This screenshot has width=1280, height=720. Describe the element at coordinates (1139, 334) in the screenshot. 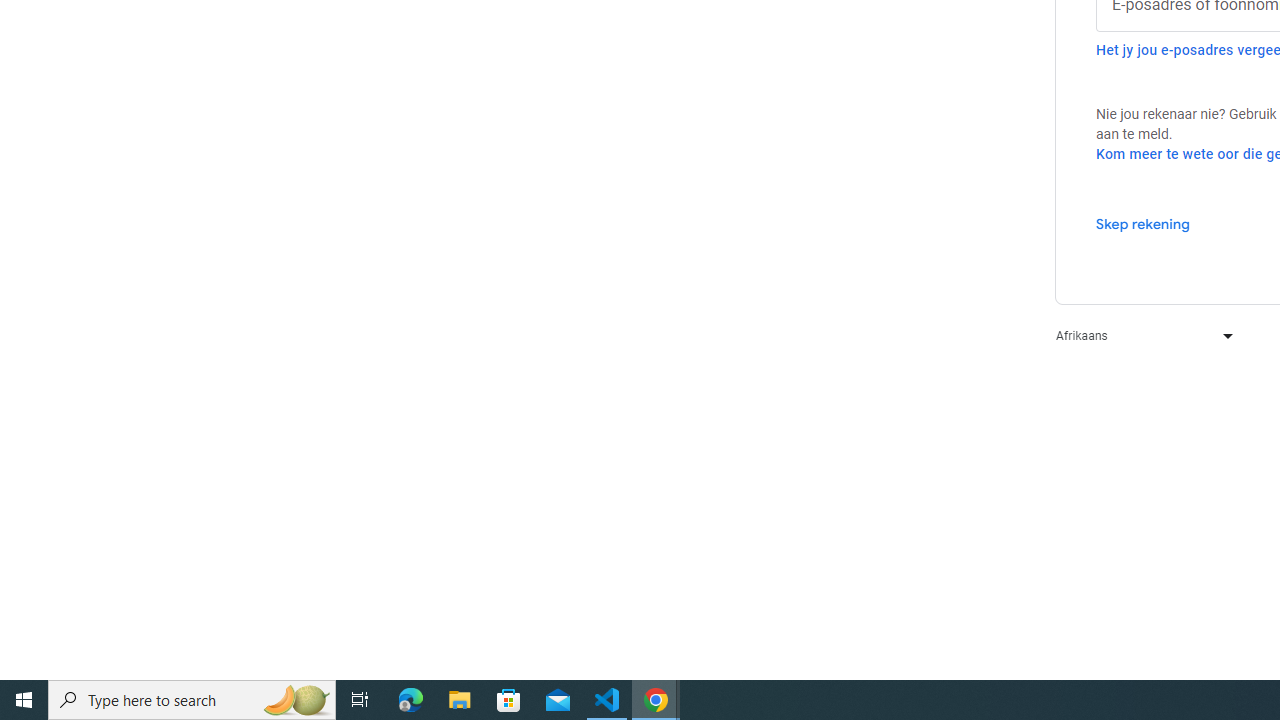

I see `'Afrikaans'` at that location.